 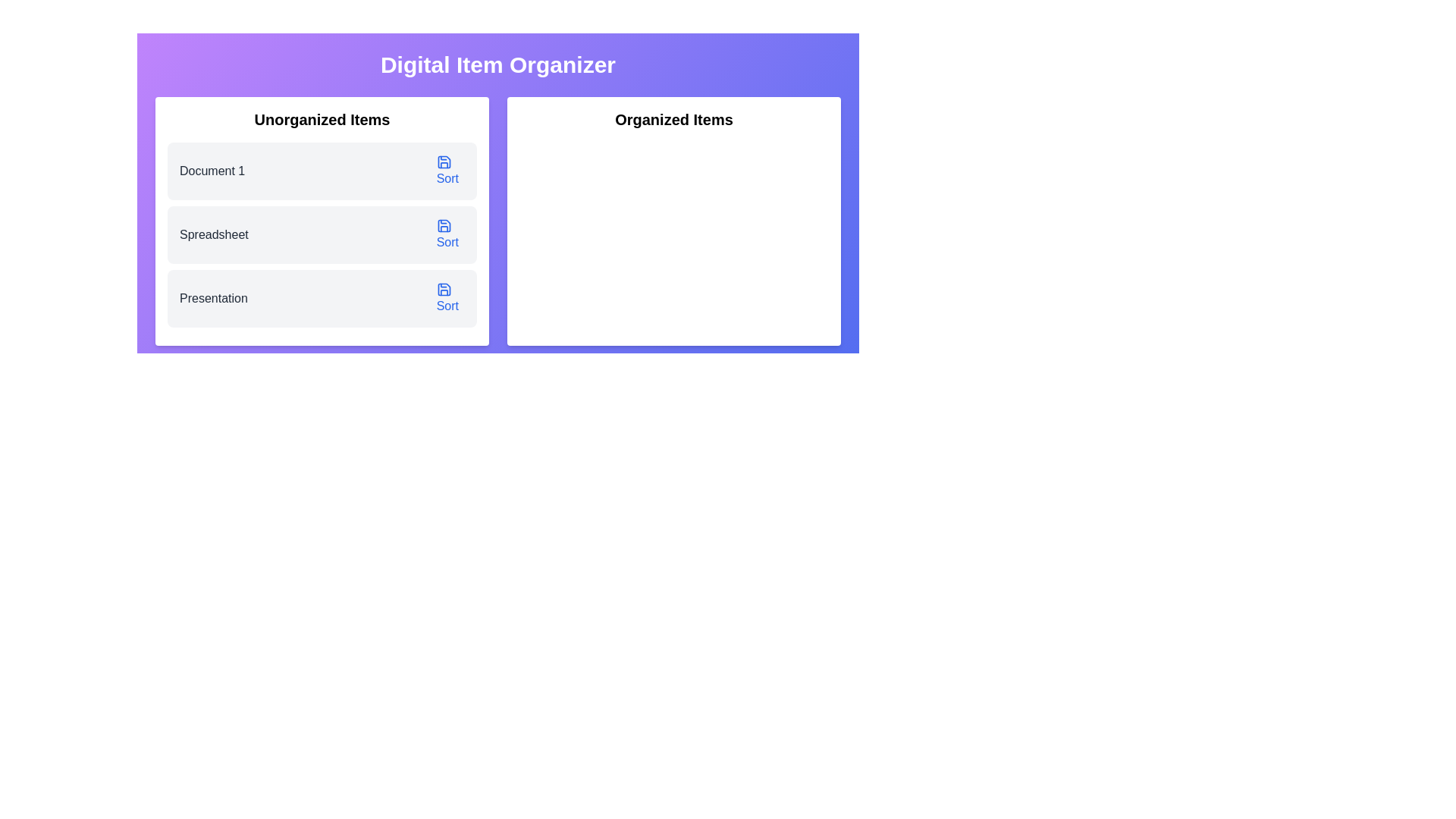 I want to click on the save icon located in the 'Unorganized Items' section, next to 'Document 1' and the word 'Sort.', so click(x=443, y=162).